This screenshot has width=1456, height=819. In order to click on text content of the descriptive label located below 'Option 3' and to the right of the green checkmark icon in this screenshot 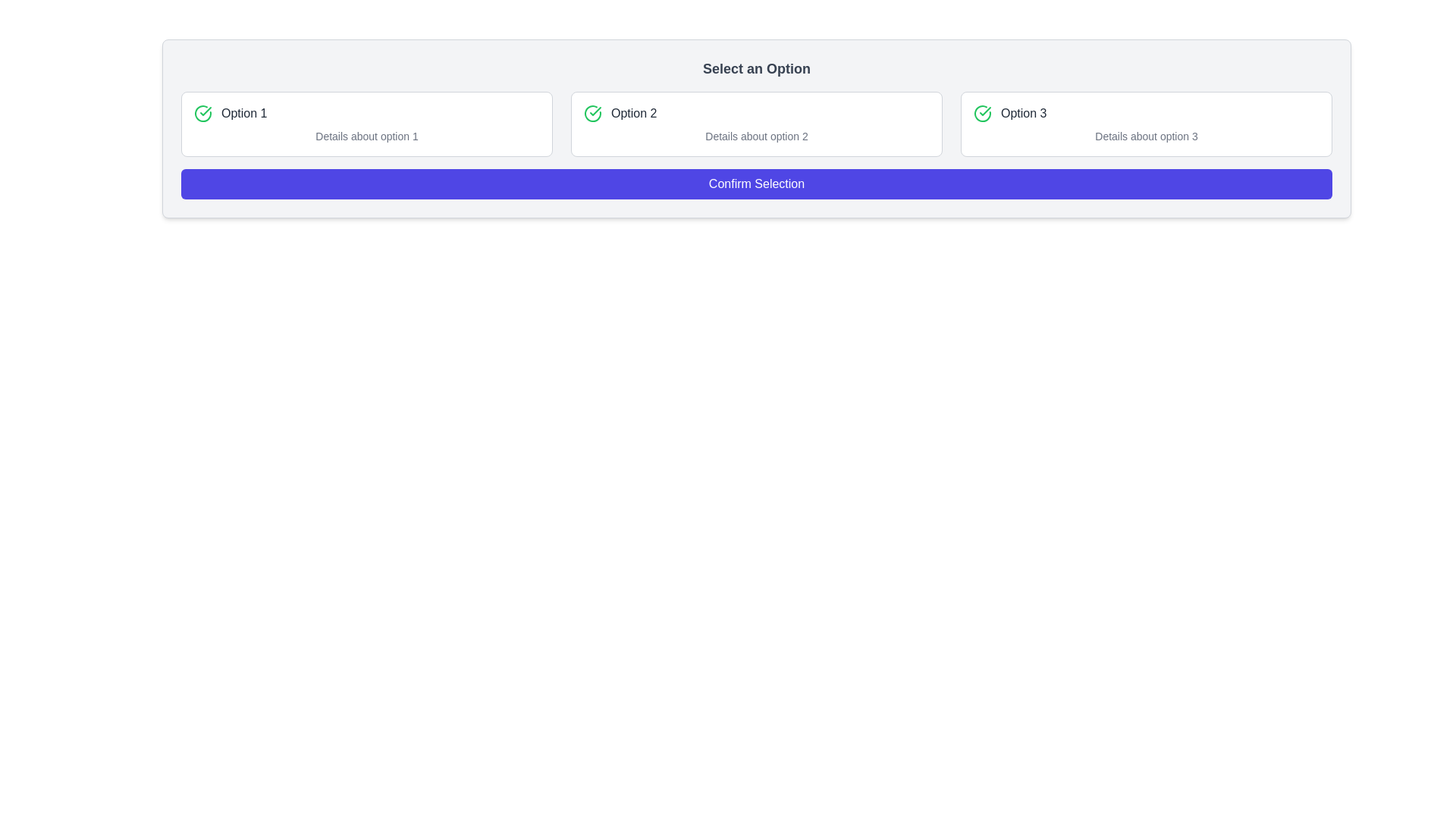, I will do `click(1147, 136)`.